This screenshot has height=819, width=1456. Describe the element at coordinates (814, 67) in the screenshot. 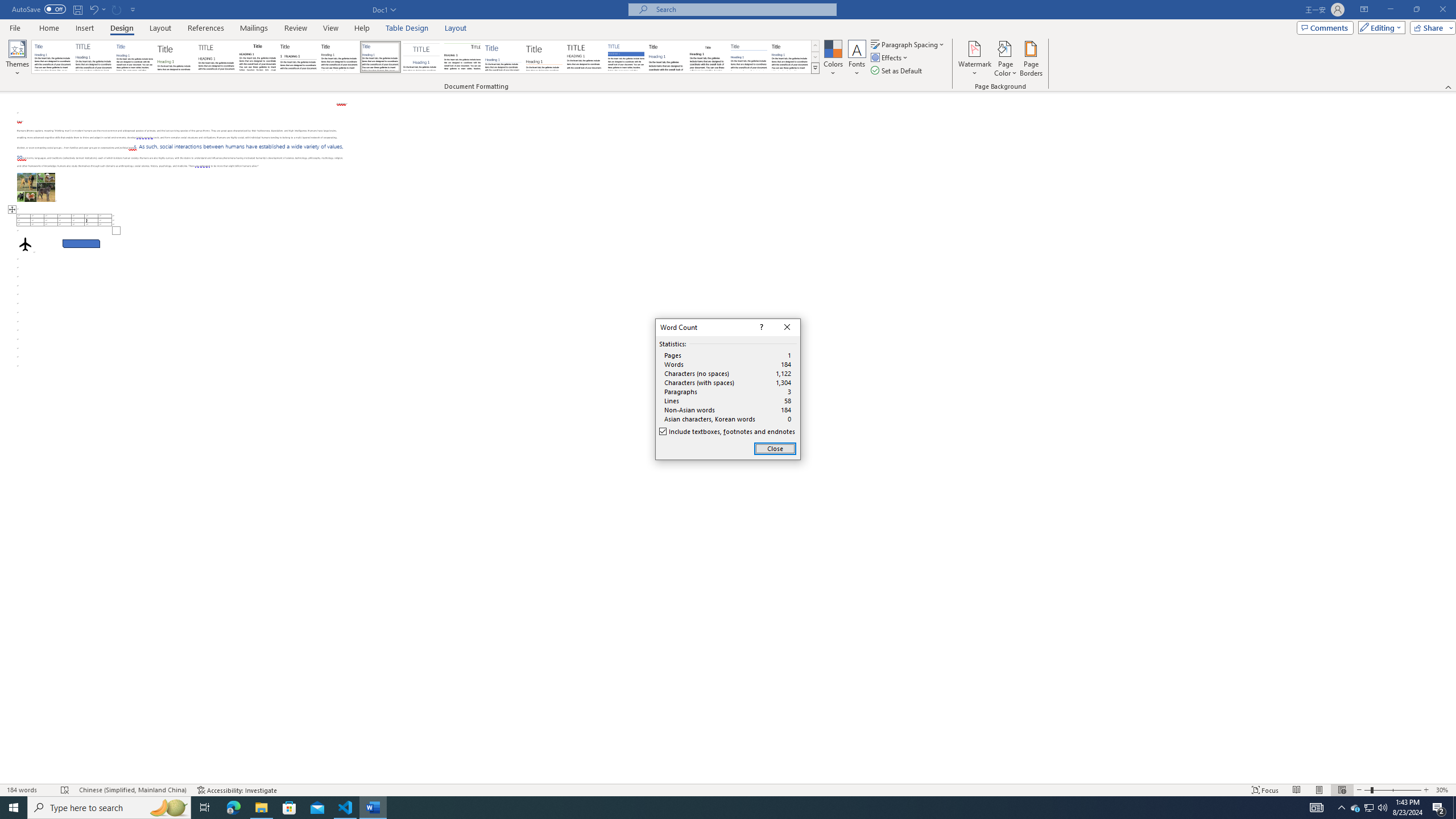

I see `'Style Set'` at that location.